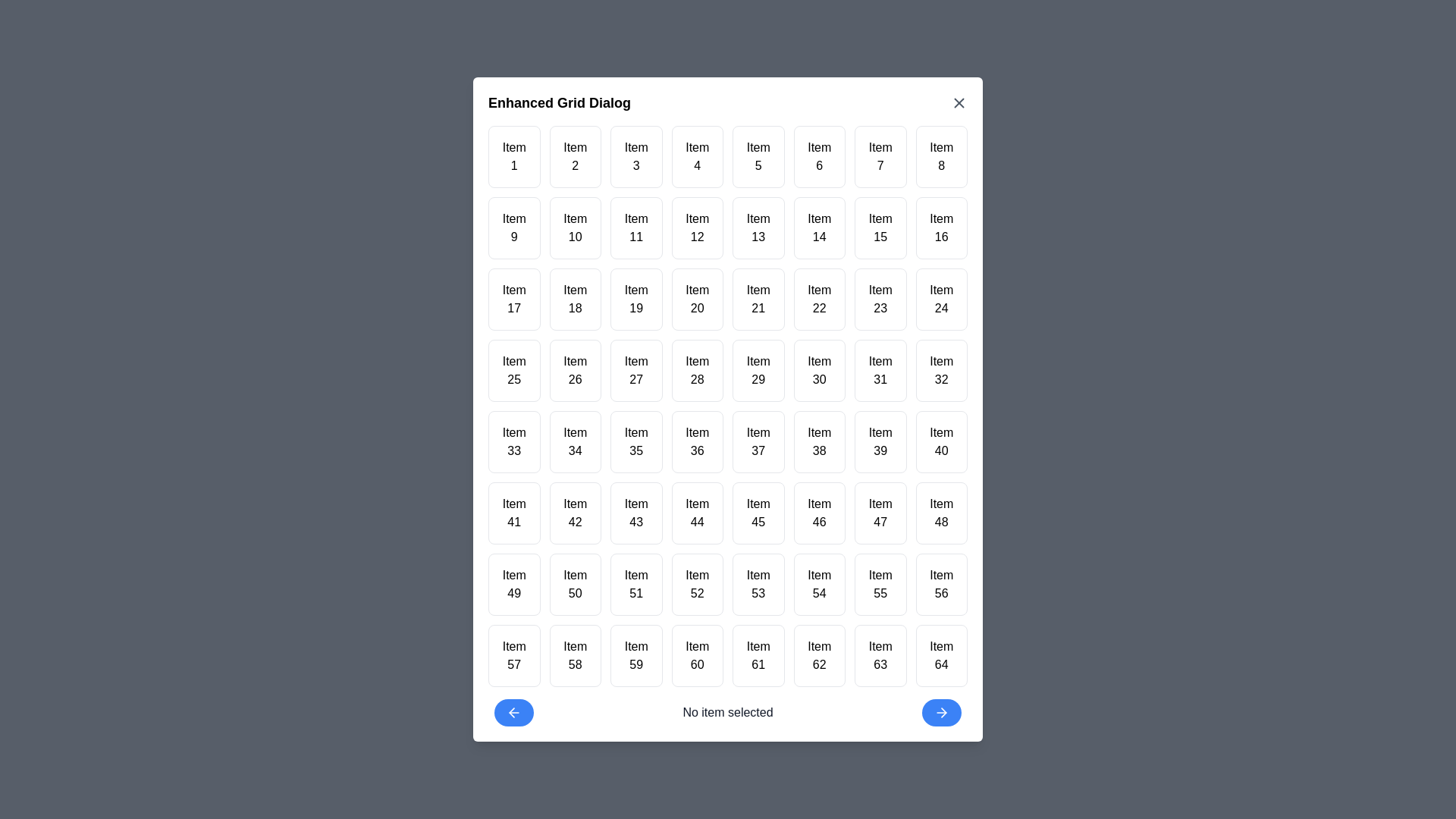  What do you see at coordinates (513, 713) in the screenshot?
I see `the left navigation button to navigate to the previous page` at bounding box center [513, 713].